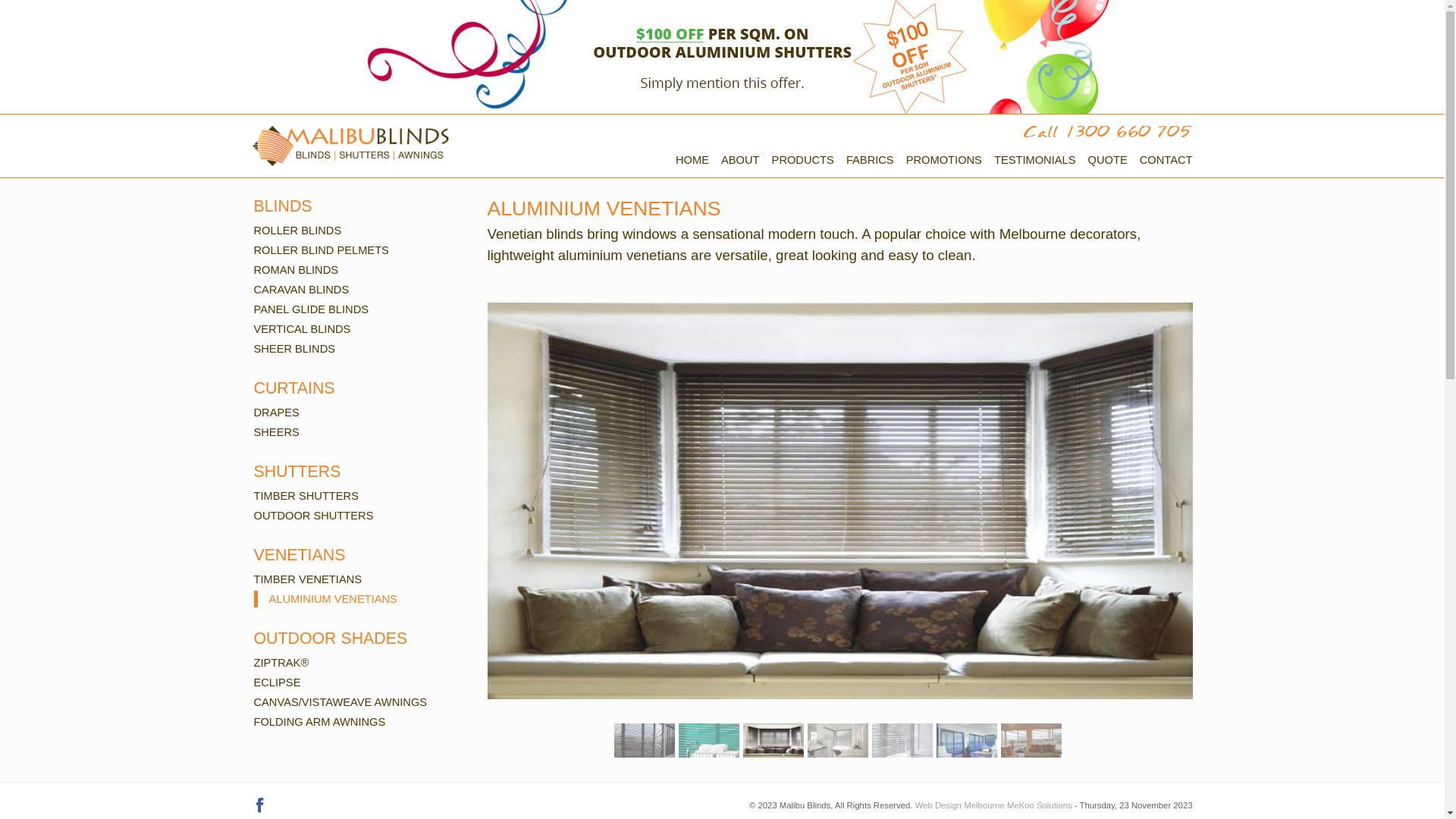 The image size is (1456, 819). I want to click on 'TIMBER SHUTTERS', so click(359, 496).